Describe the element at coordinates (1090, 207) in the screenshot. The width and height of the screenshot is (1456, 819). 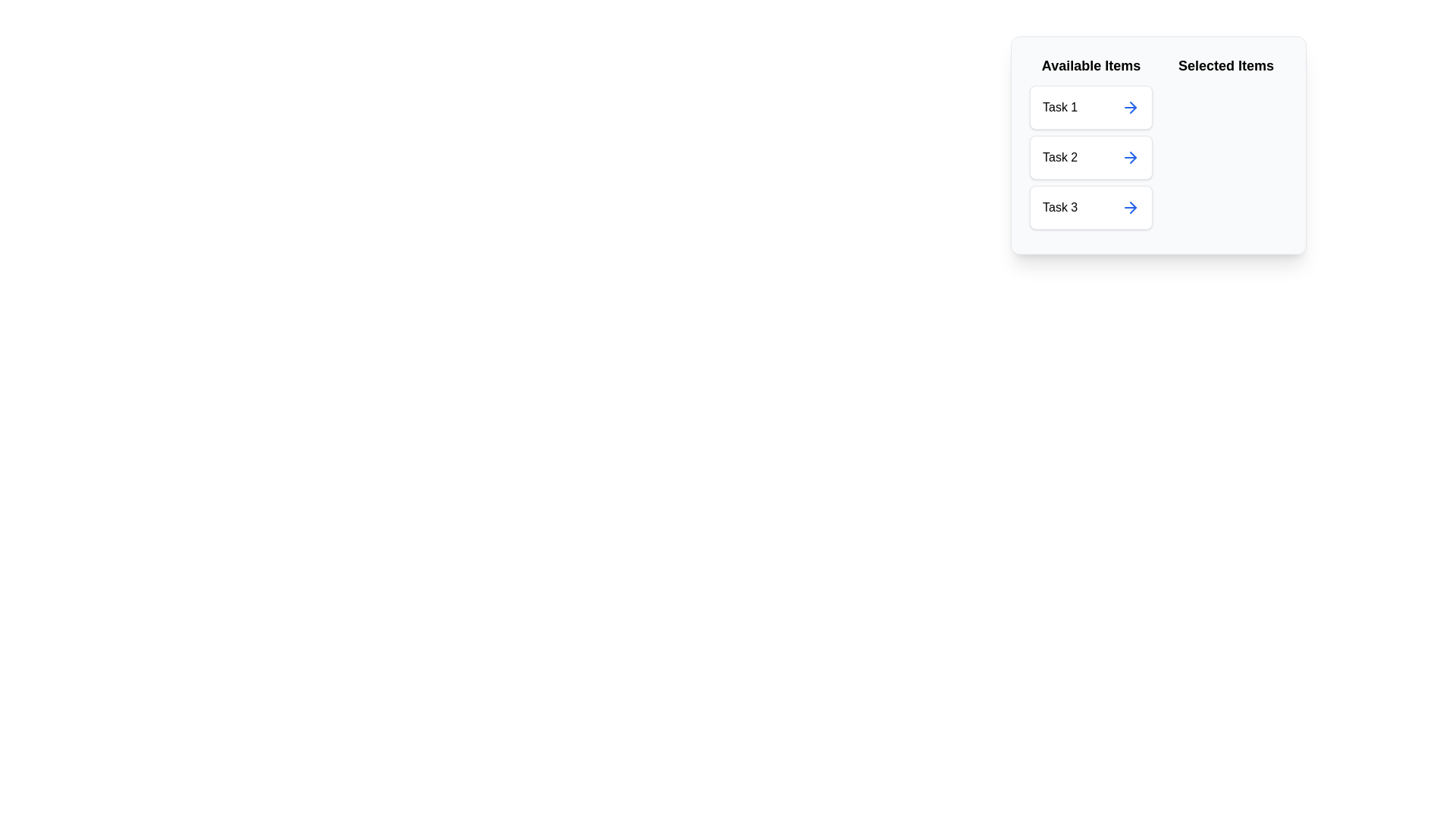
I see `the List item labeled 'Task 3' from the bottom of the 'Available Items' column` at that location.